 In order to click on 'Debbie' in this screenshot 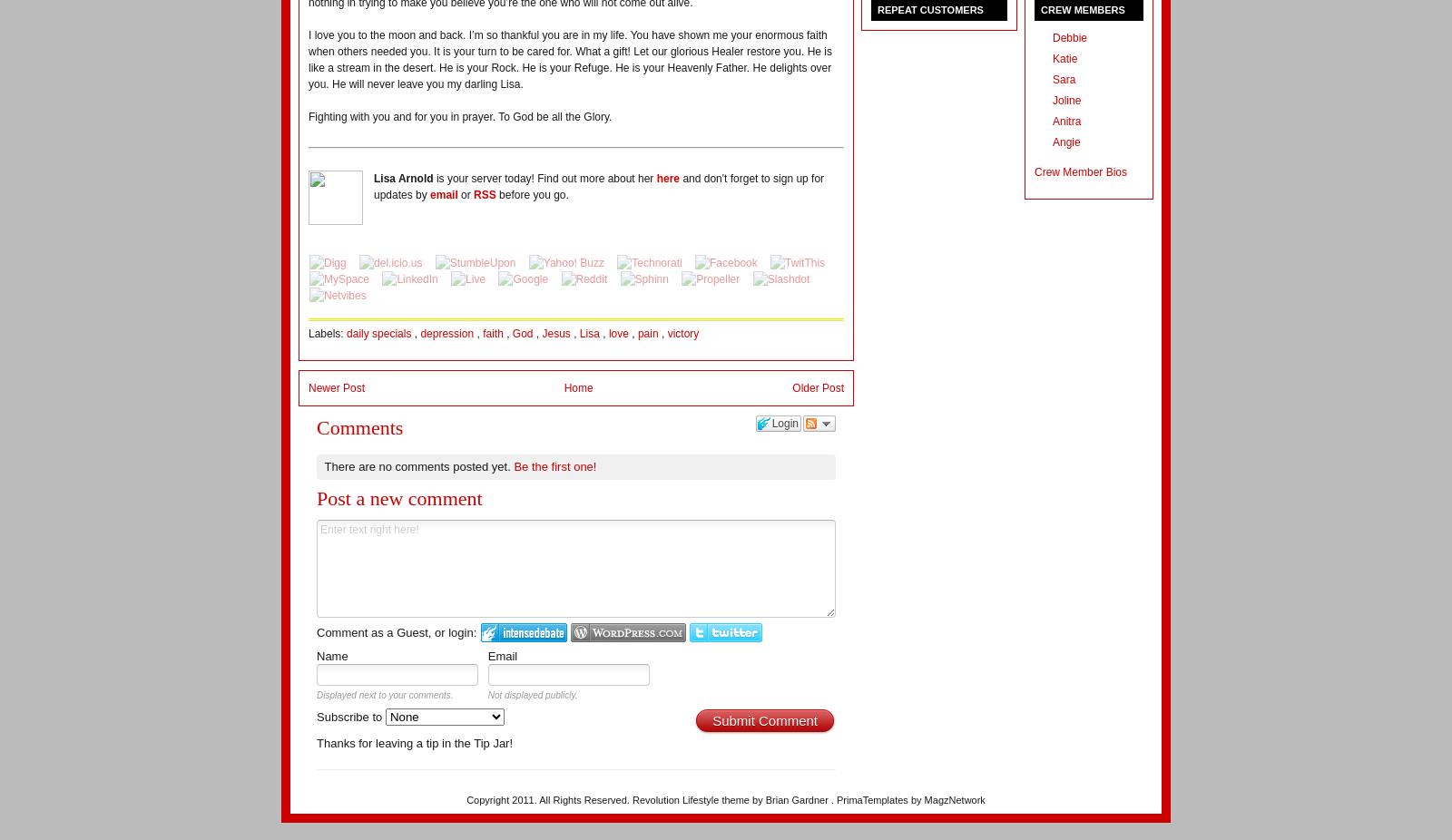, I will do `click(1070, 37)`.